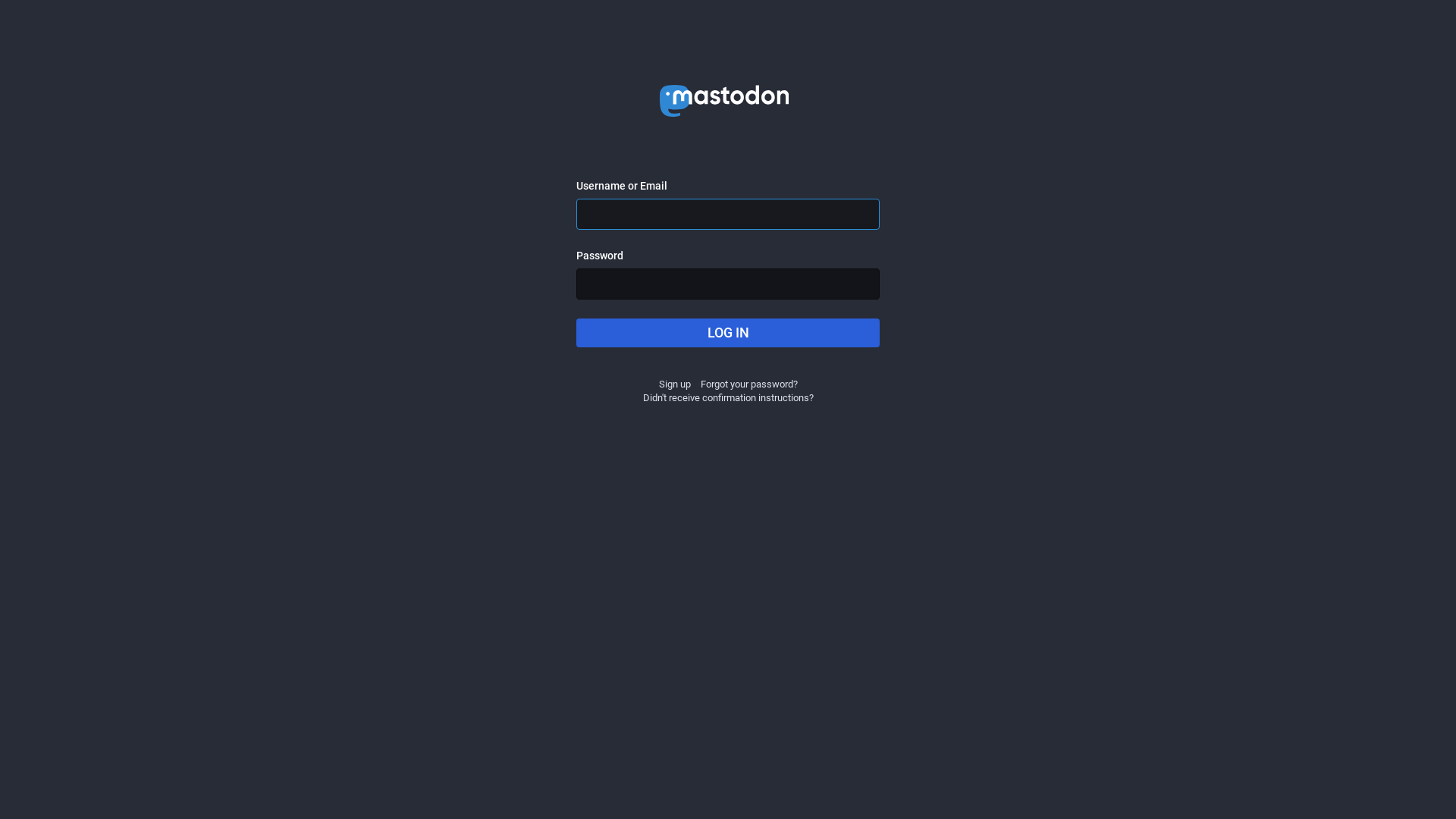 The height and width of the screenshot is (819, 1456). Describe the element at coordinates (749, 383) in the screenshot. I see `'Forgot your password?'` at that location.